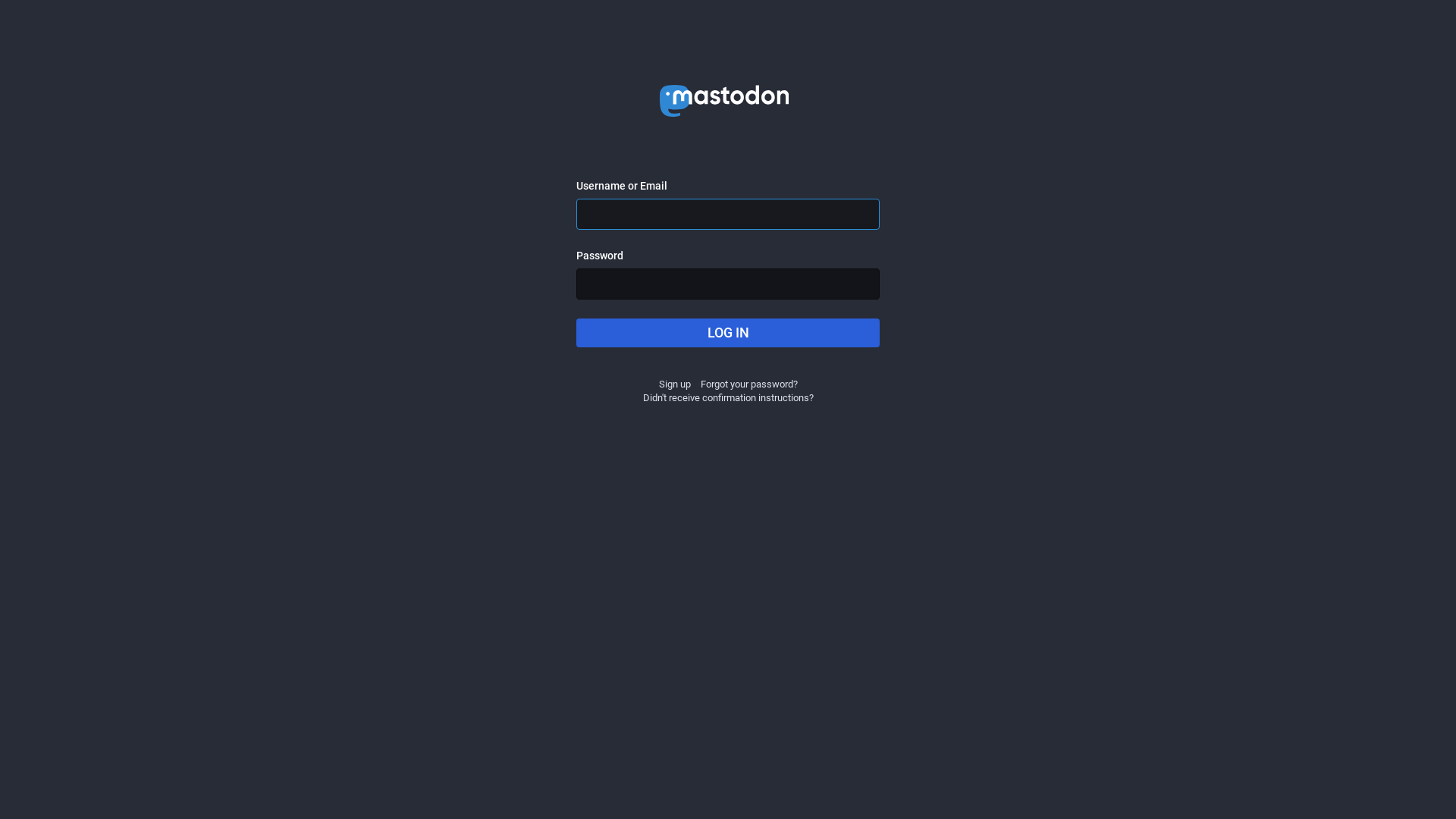 The height and width of the screenshot is (819, 1456). Describe the element at coordinates (749, 383) in the screenshot. I see `'Forgot your password?'` at that location.